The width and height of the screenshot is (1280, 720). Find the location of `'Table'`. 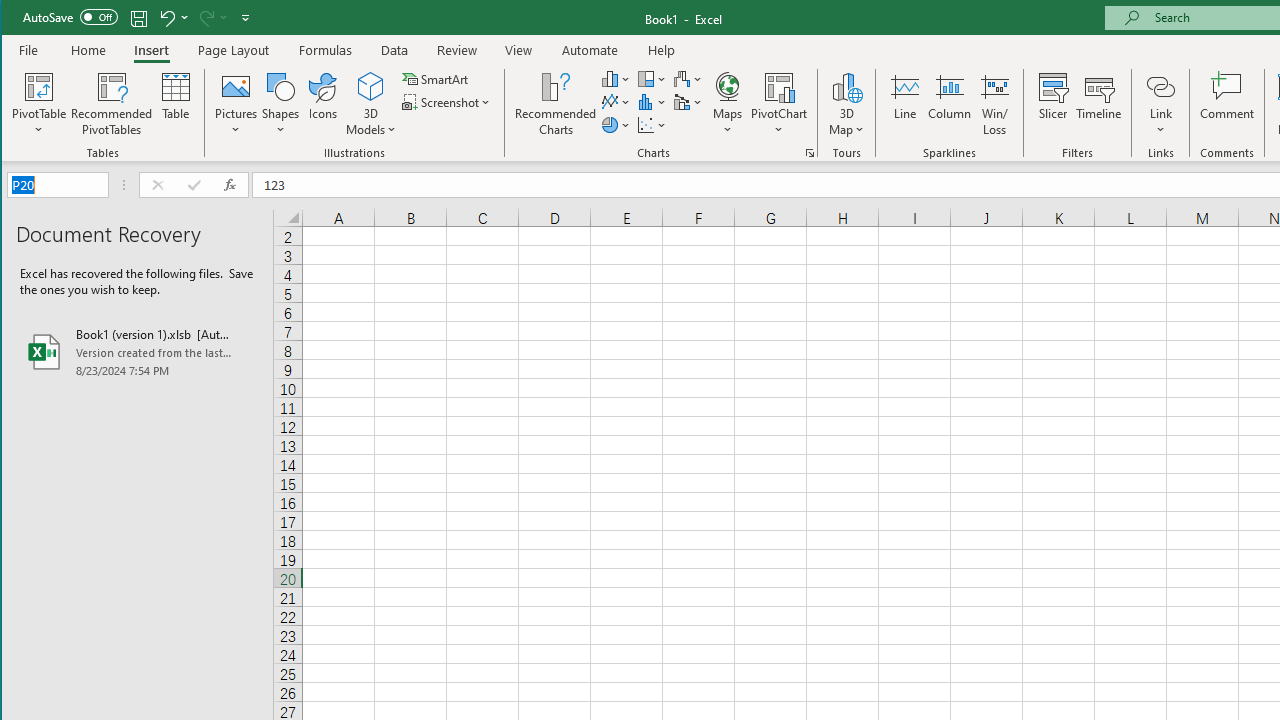

'Table' is located at coordinates (176, 104).